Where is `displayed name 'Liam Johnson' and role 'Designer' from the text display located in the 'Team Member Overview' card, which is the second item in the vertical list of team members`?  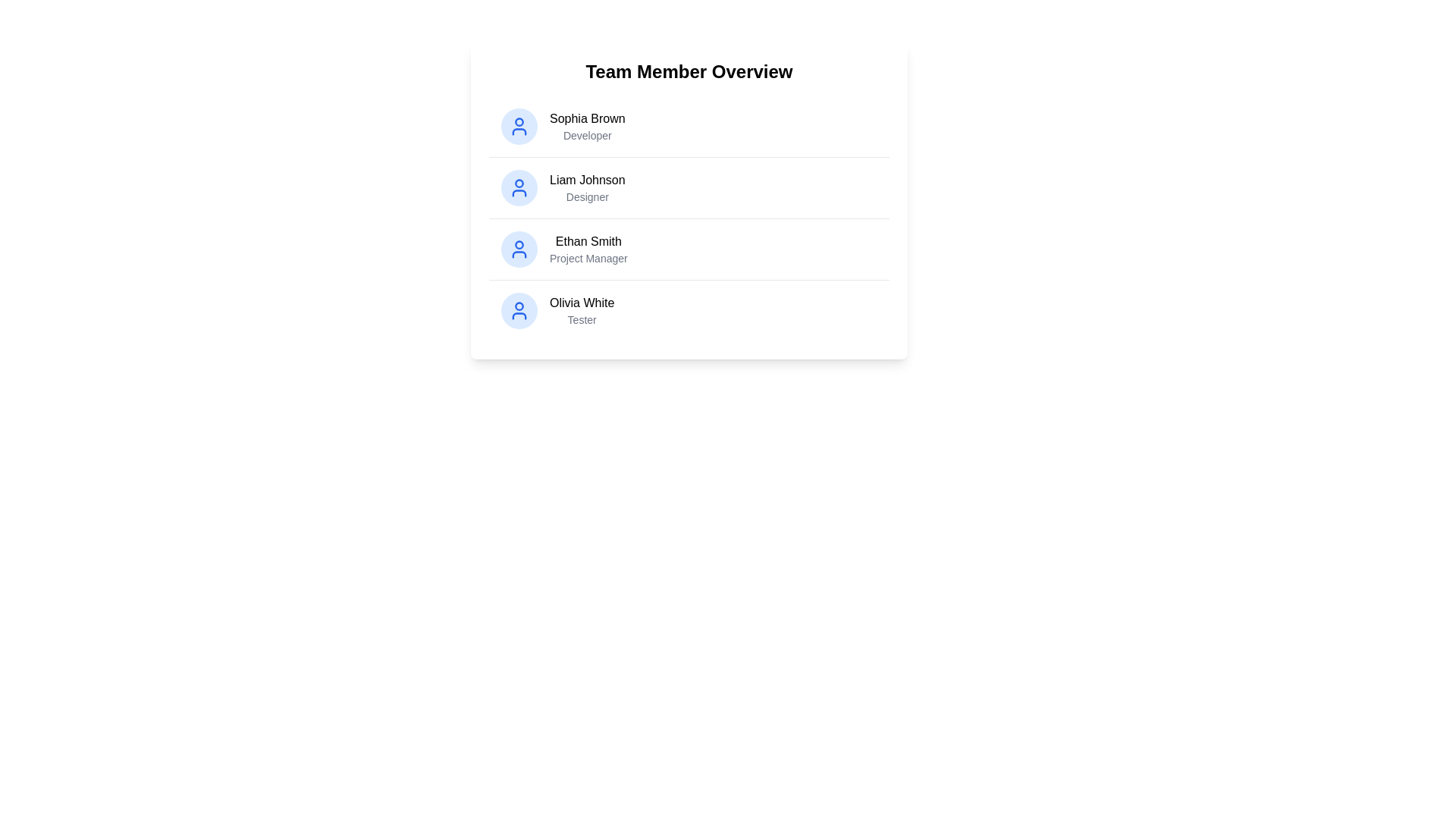 displayed name 'Liam Johnson' and role 'Designer' from the text display located in the 'Team Member Overview' card, which is the second item in the vertical list of team members is located at coordinates (586, 187).